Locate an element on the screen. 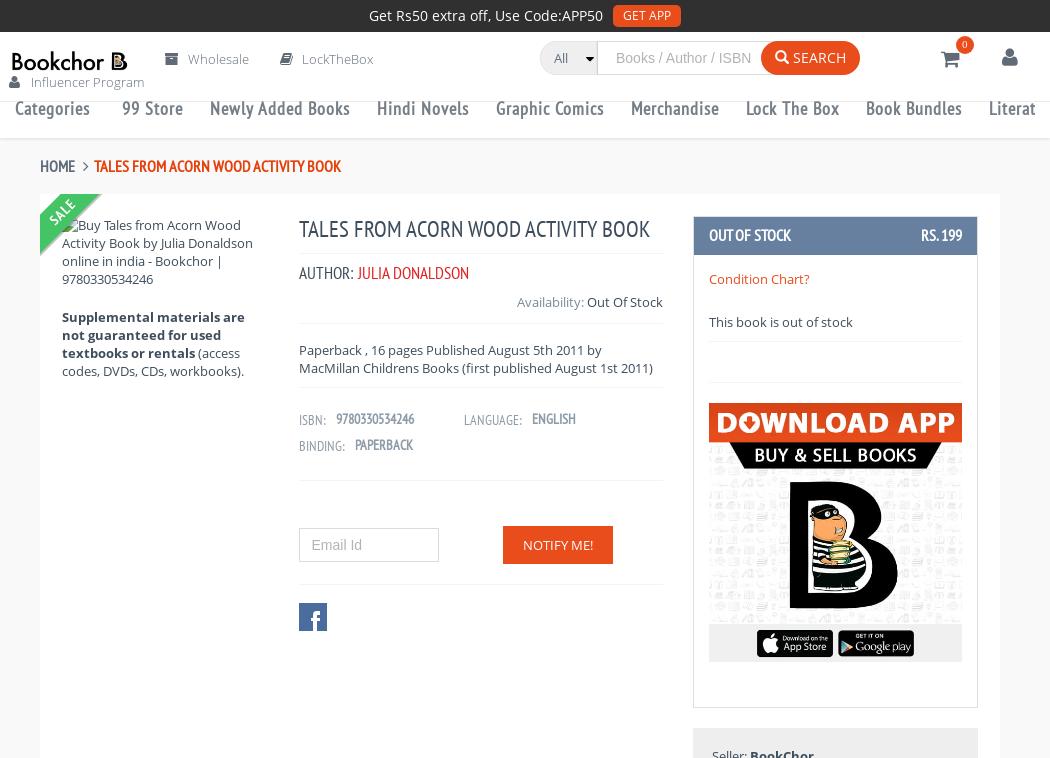 The width and height of the screenshot is (1050, 758). 'Condition Chart?' is located at coordinates (758, 279).